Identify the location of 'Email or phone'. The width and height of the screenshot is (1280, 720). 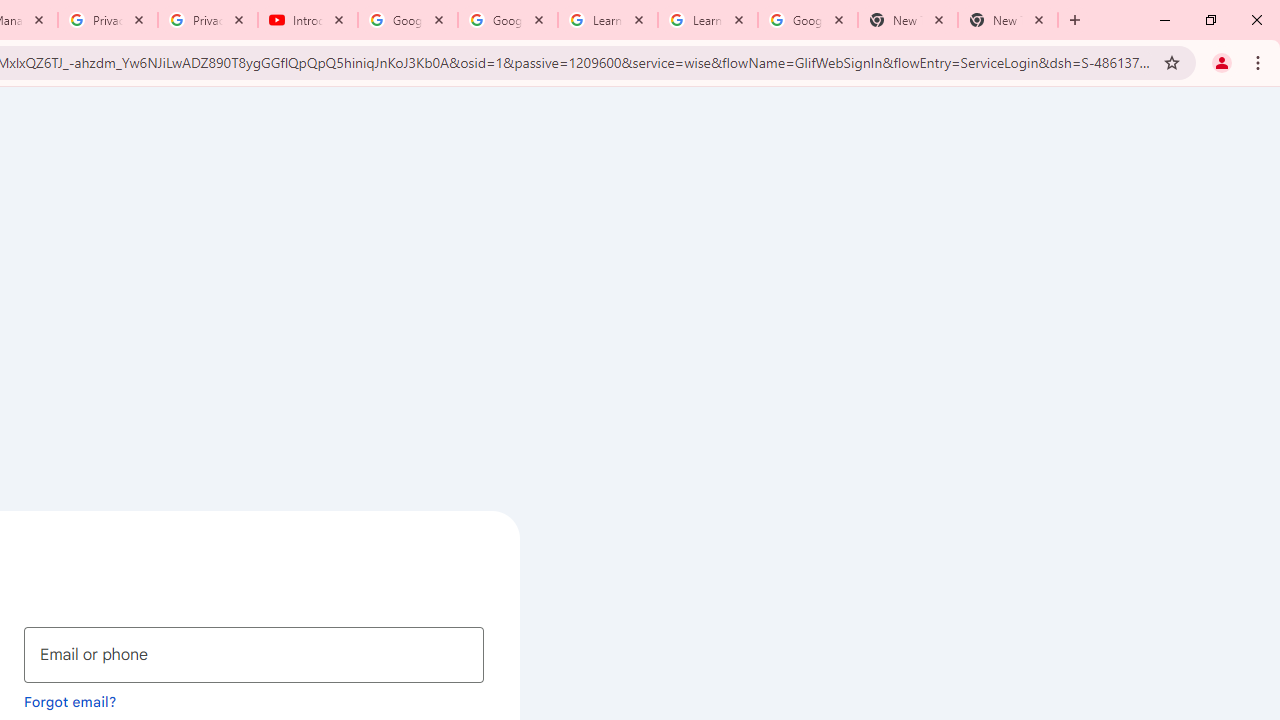
(253, 654).